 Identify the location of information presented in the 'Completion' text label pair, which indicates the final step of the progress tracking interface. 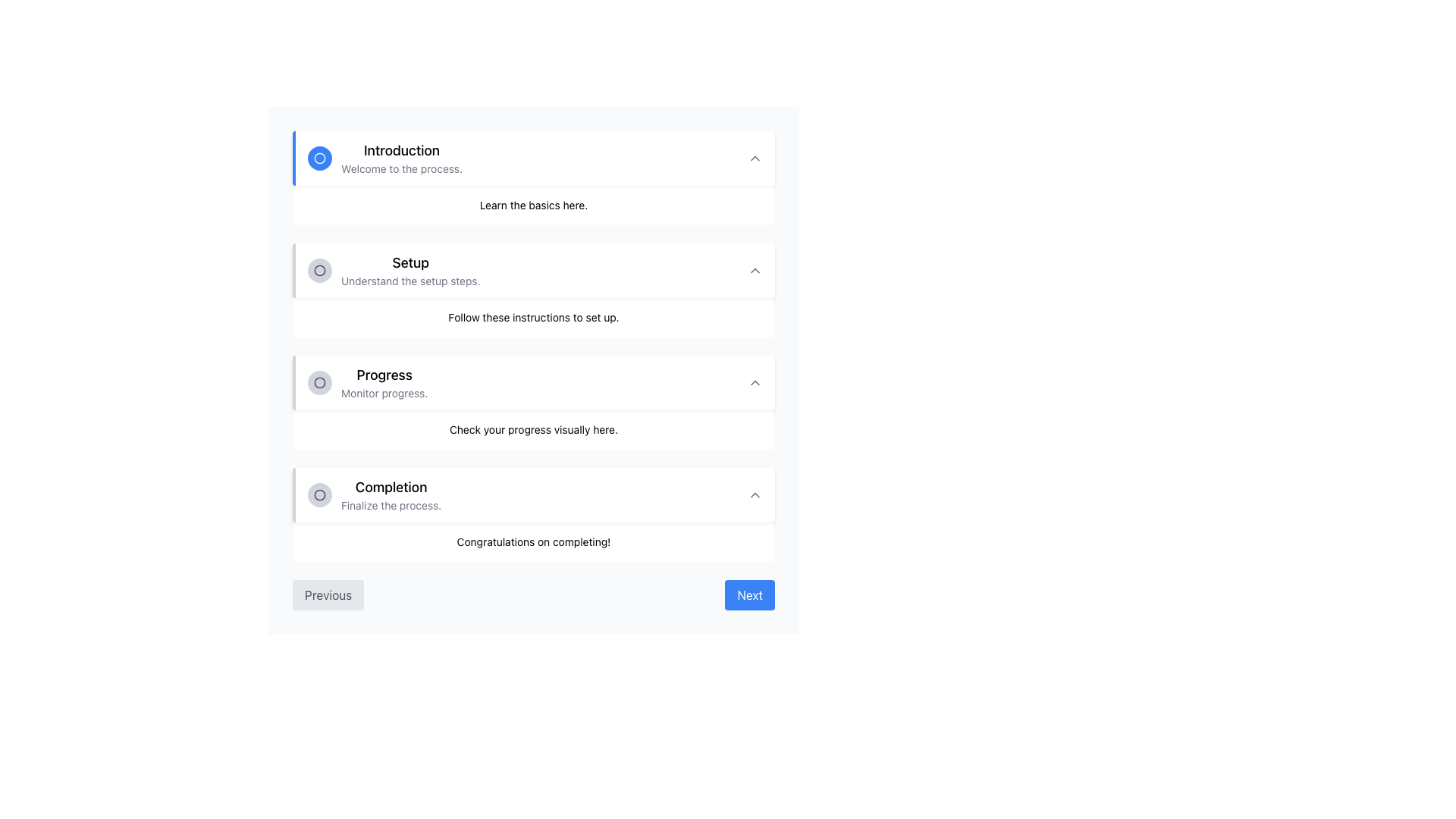
(391, 494).